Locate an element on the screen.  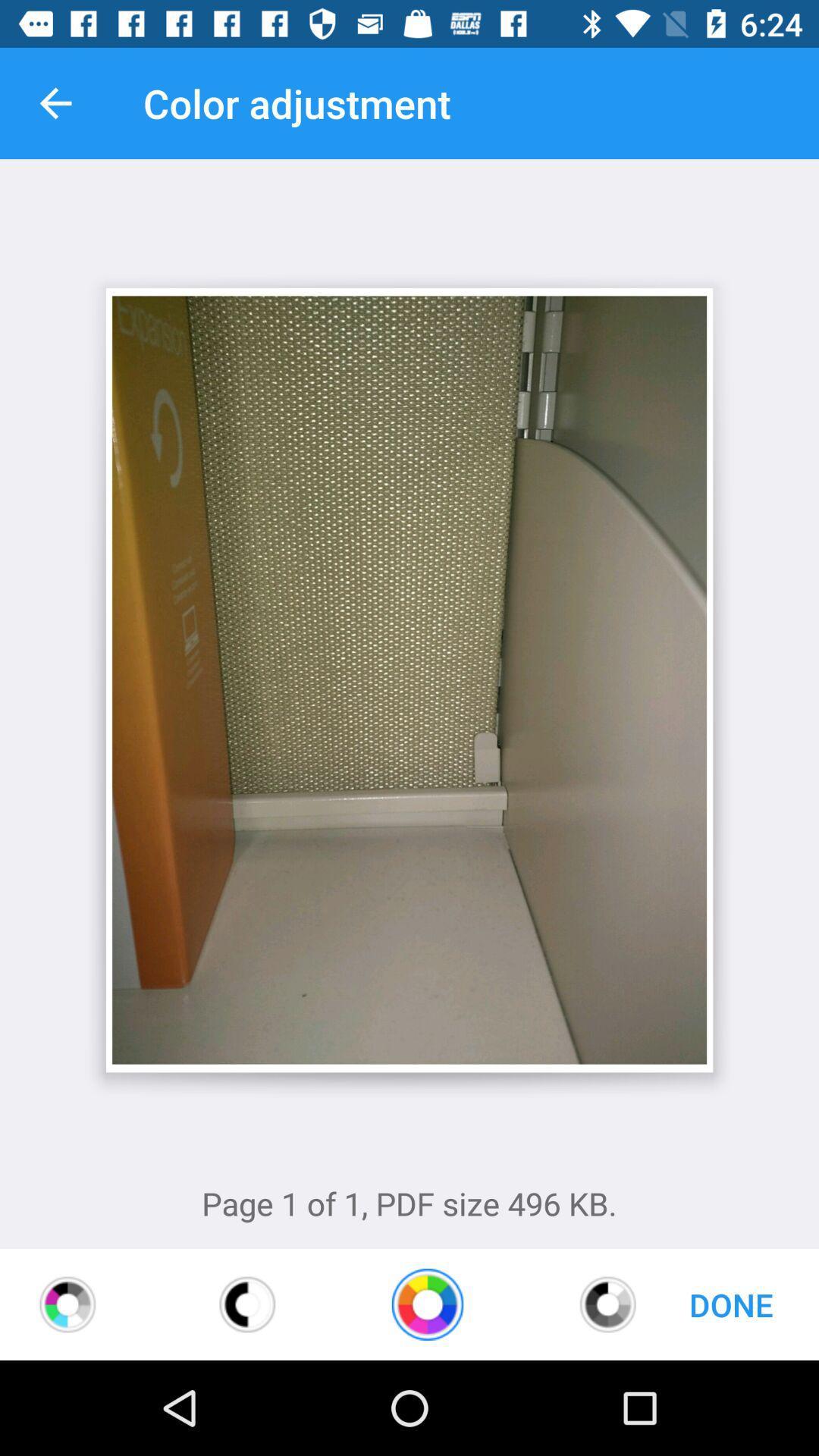
the done is located at coordinates (730, 1304).